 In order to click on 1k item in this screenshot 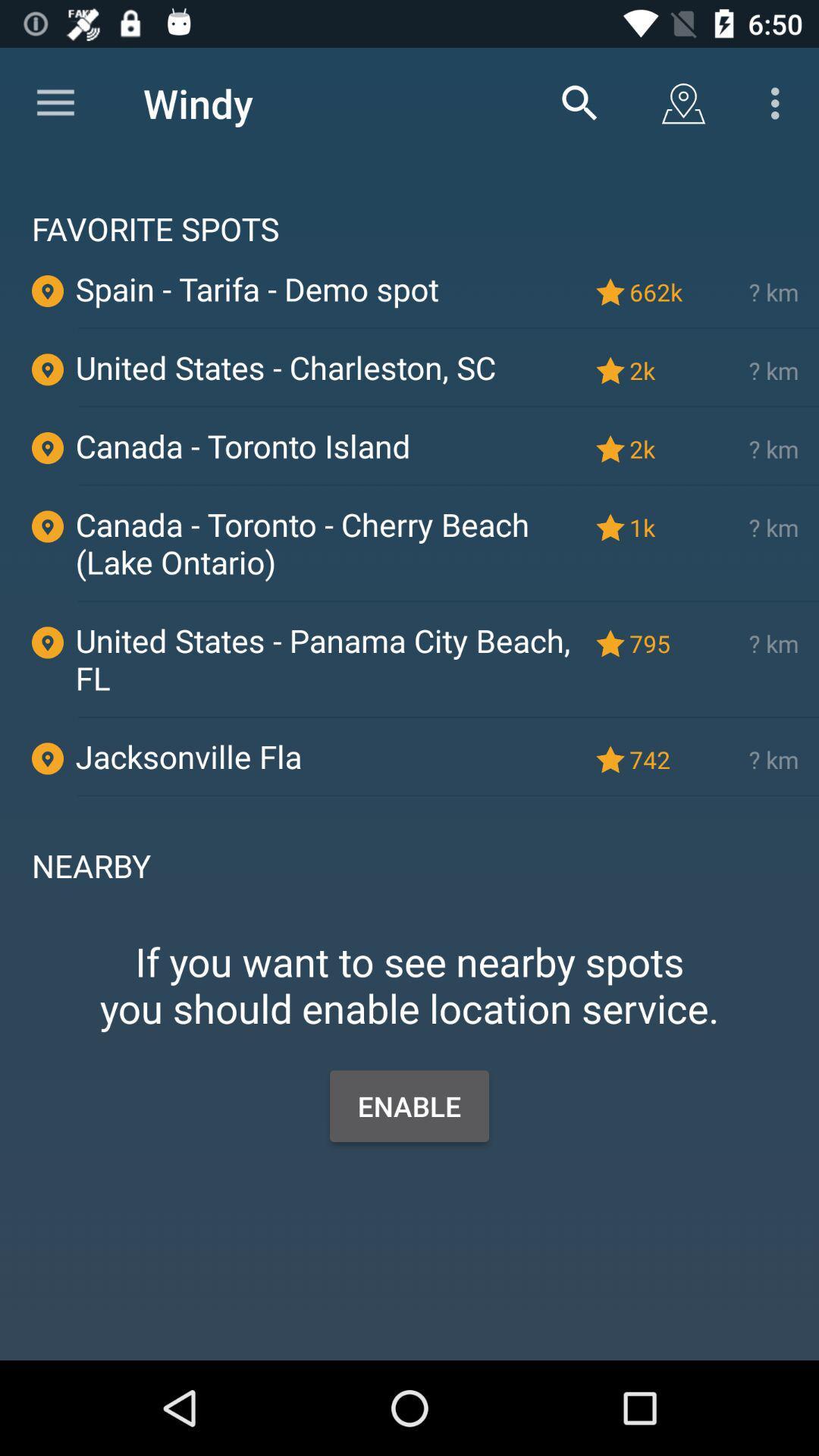, I will do `click(658, 527)`.